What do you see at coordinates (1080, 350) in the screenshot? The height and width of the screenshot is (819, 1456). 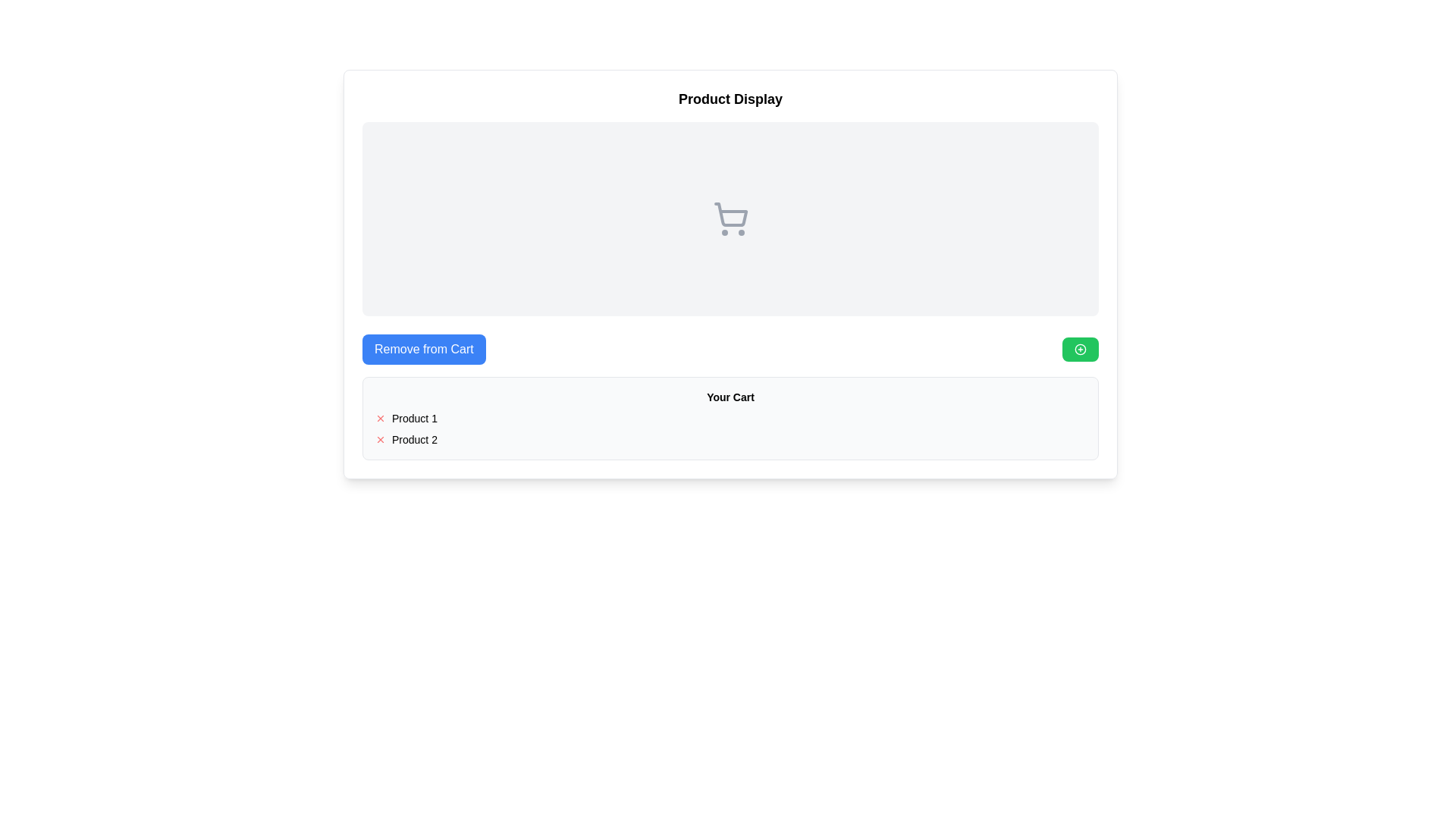 I see `the green button with a plus icon` at bounding box center [1080, 350].